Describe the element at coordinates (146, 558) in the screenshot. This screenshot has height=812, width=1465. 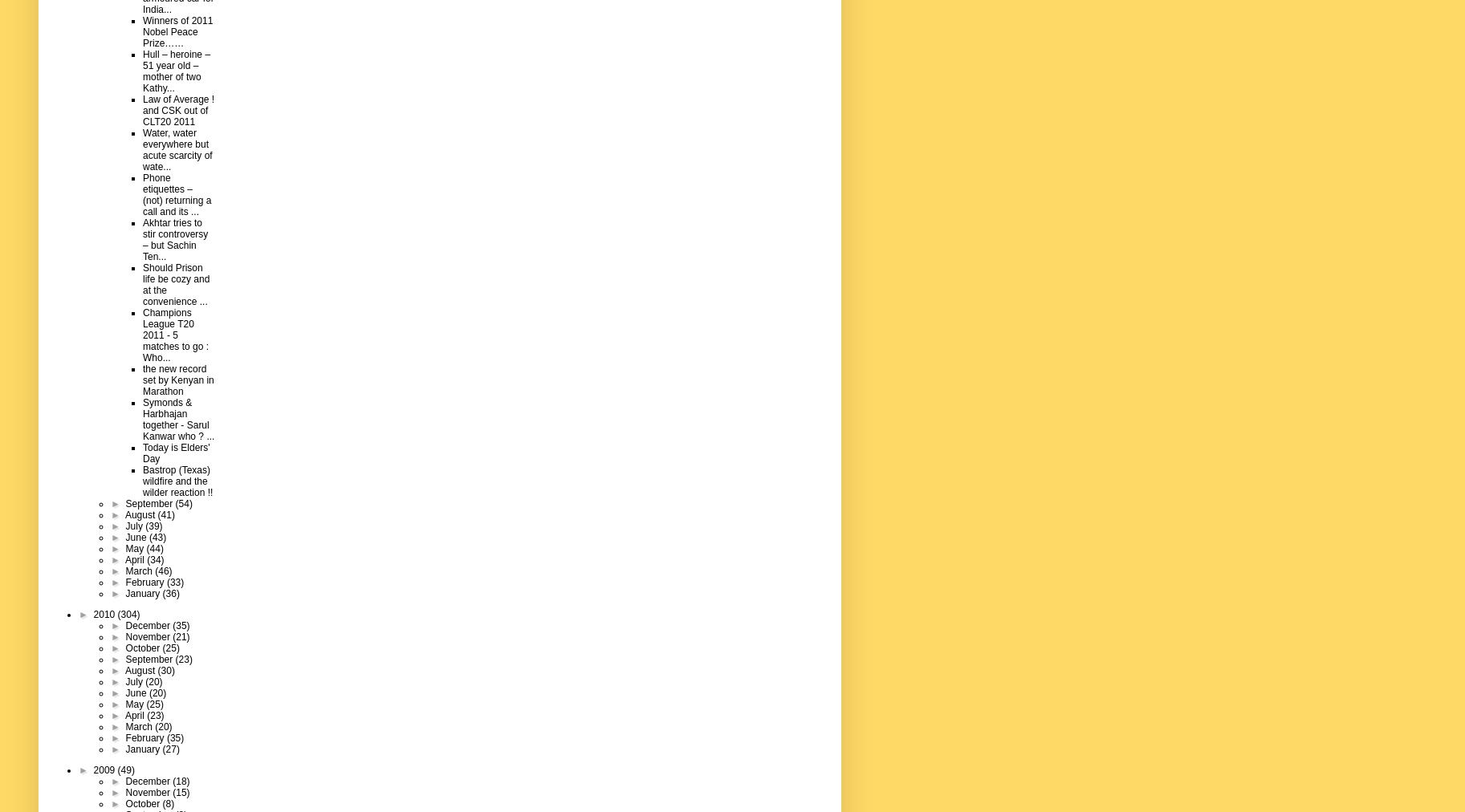
I see `'(34)'` at that location.